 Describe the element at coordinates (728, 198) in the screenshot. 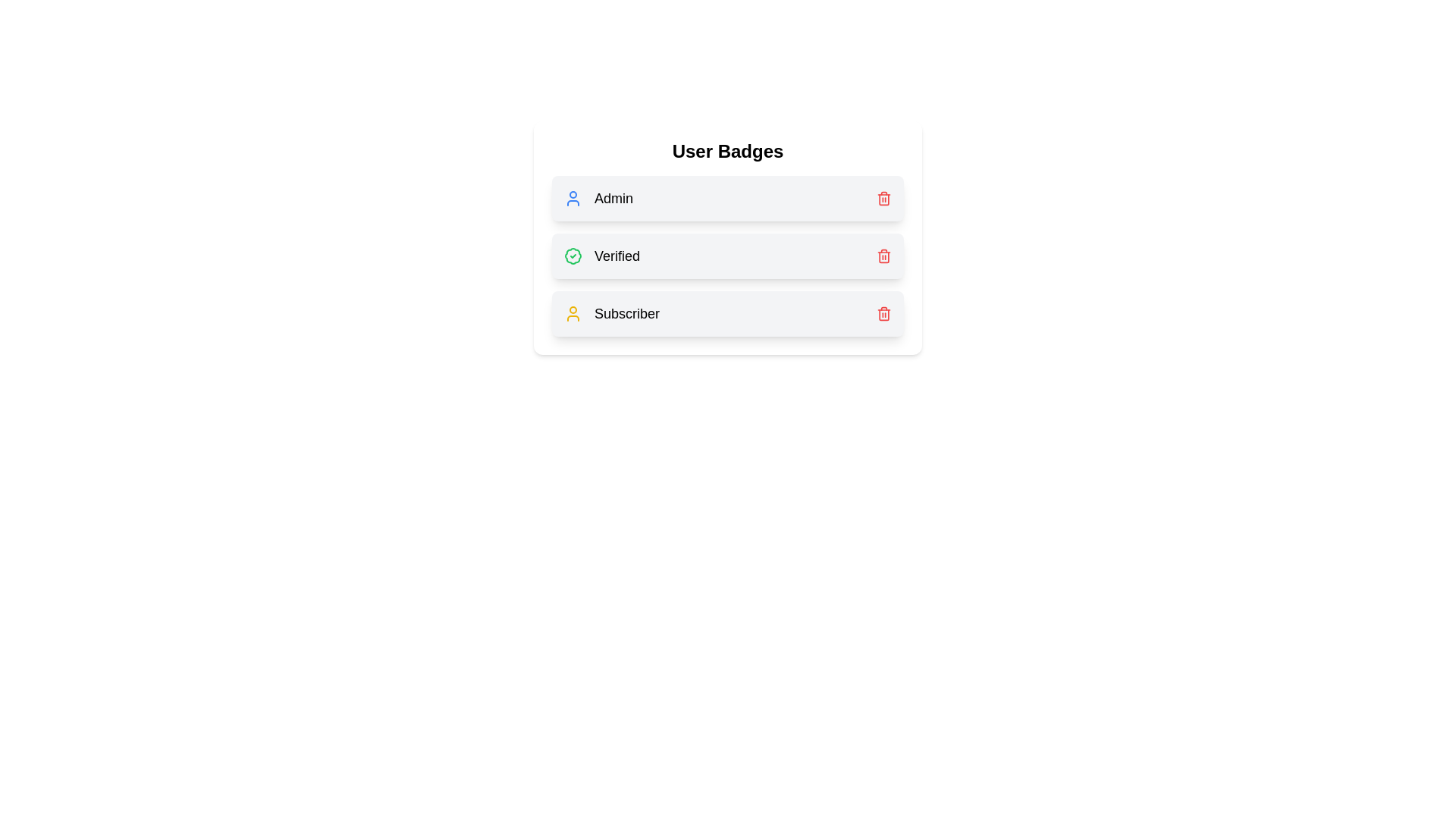

I see `the badge row corresponding to Admin` at that location.